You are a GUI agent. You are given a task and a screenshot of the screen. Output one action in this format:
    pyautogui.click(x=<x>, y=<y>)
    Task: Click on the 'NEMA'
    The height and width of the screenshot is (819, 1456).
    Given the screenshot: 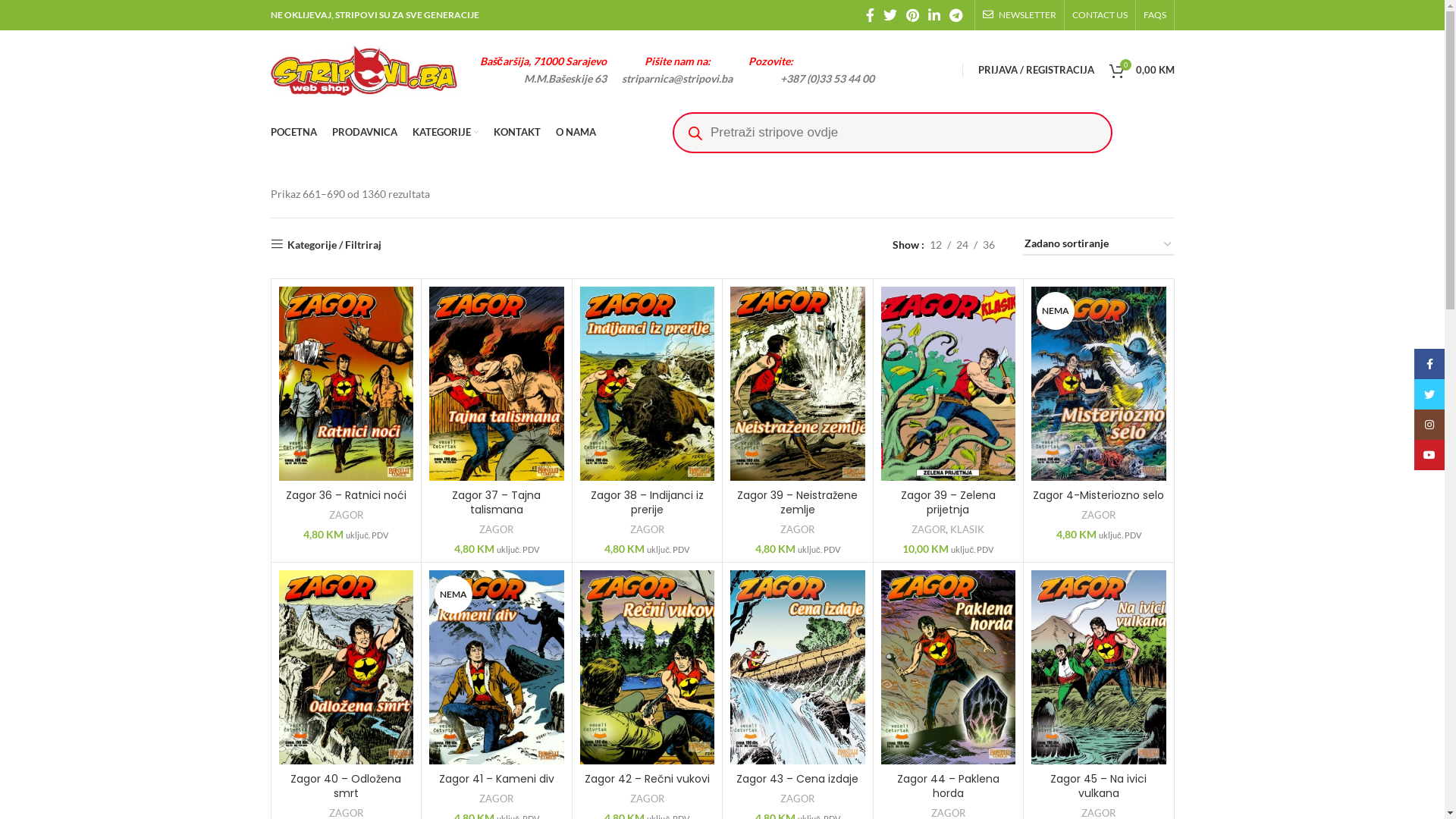 What is the action you would take?
    pyautogui.click(x=1099, y=382)
    